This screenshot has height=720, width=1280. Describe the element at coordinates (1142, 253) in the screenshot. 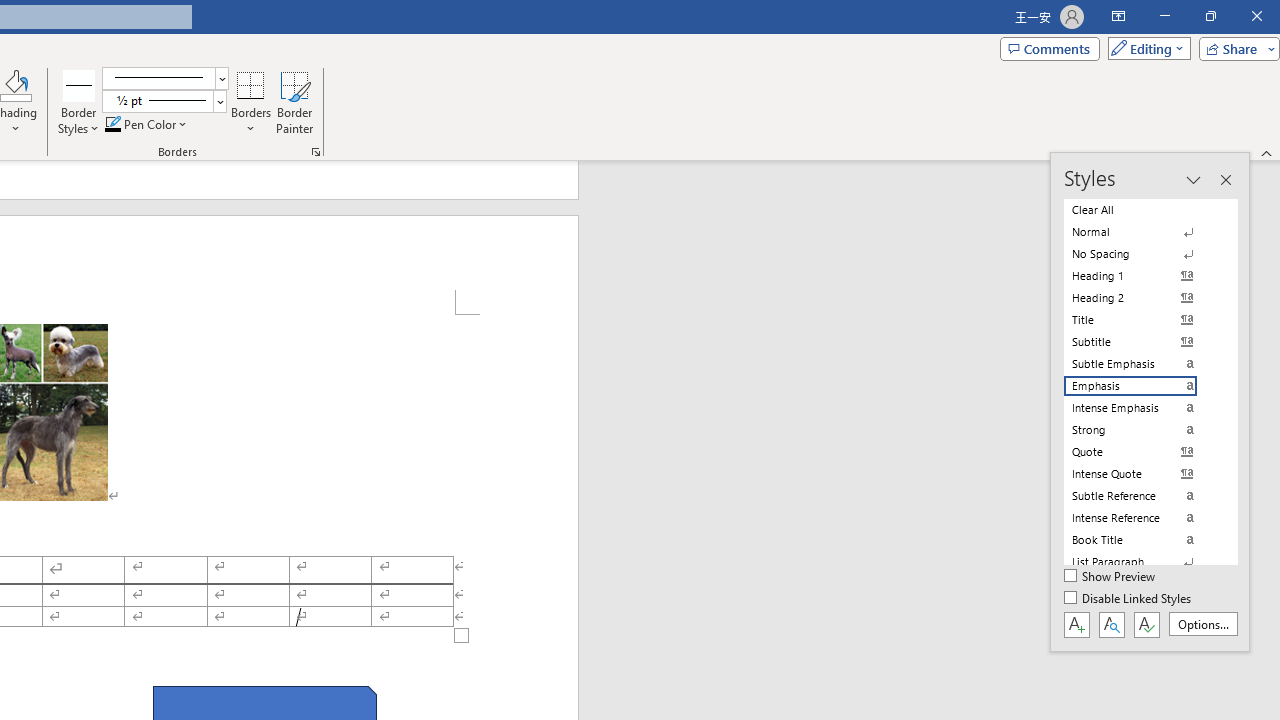

I see `'No Spacing'` at that location.